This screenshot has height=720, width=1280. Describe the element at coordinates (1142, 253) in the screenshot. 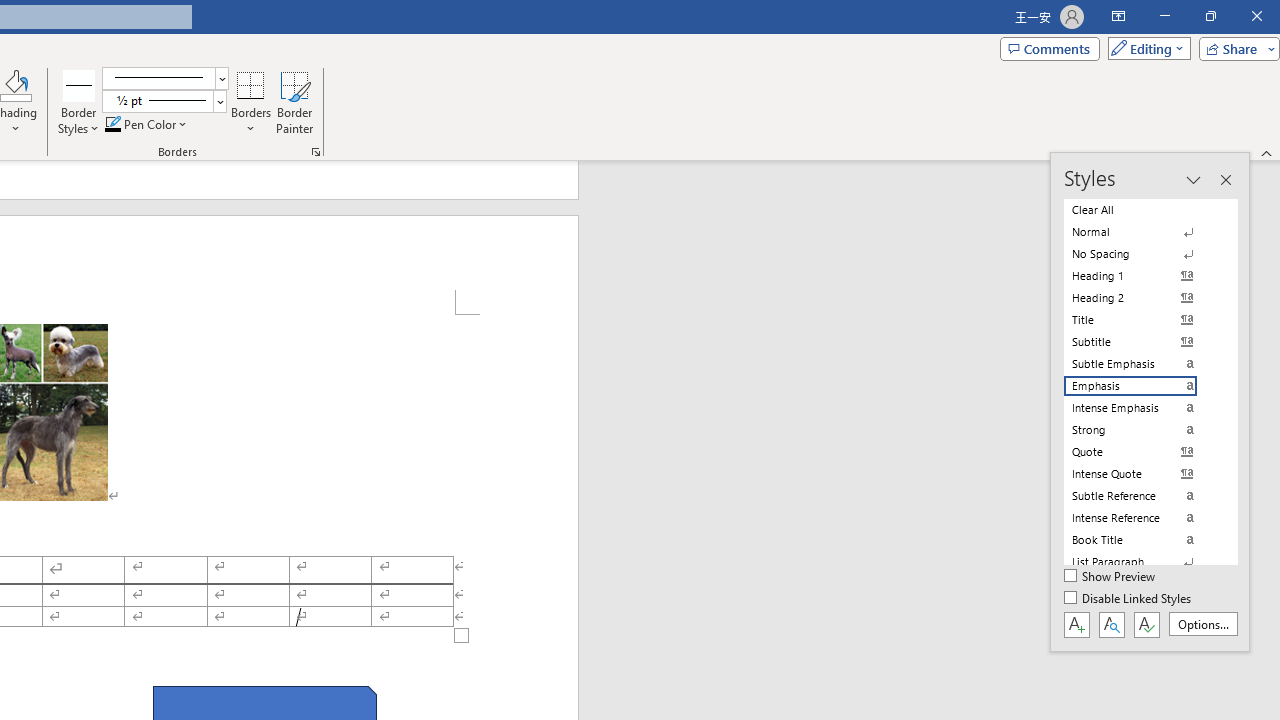

I see `'No Spacing'` at that location.